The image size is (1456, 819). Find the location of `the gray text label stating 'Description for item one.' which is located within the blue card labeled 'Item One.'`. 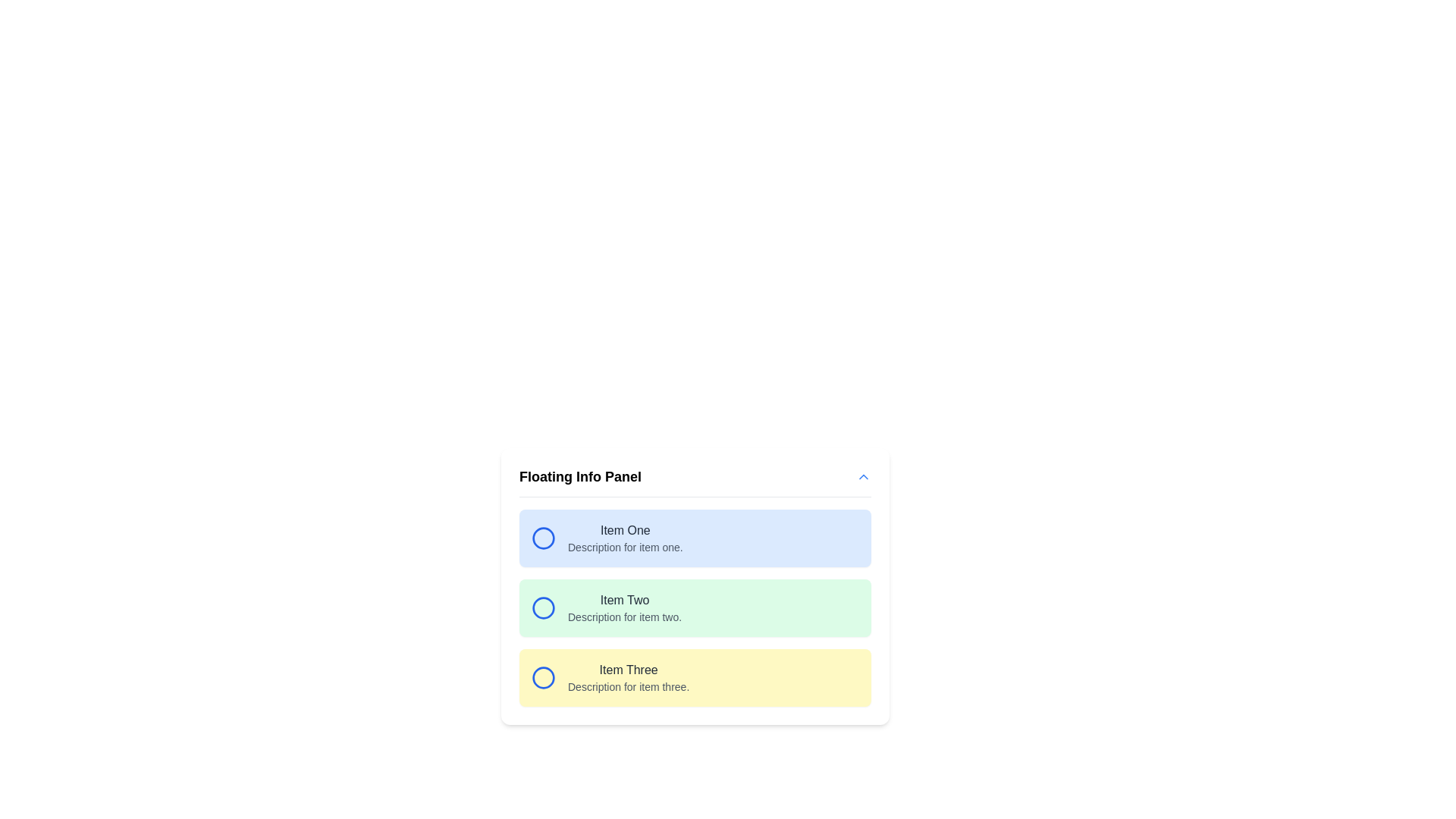

the gray text label stating 'Description for item one.' which is located within the blue card labeled 'Item One.' is located at coordinates (625, 547).